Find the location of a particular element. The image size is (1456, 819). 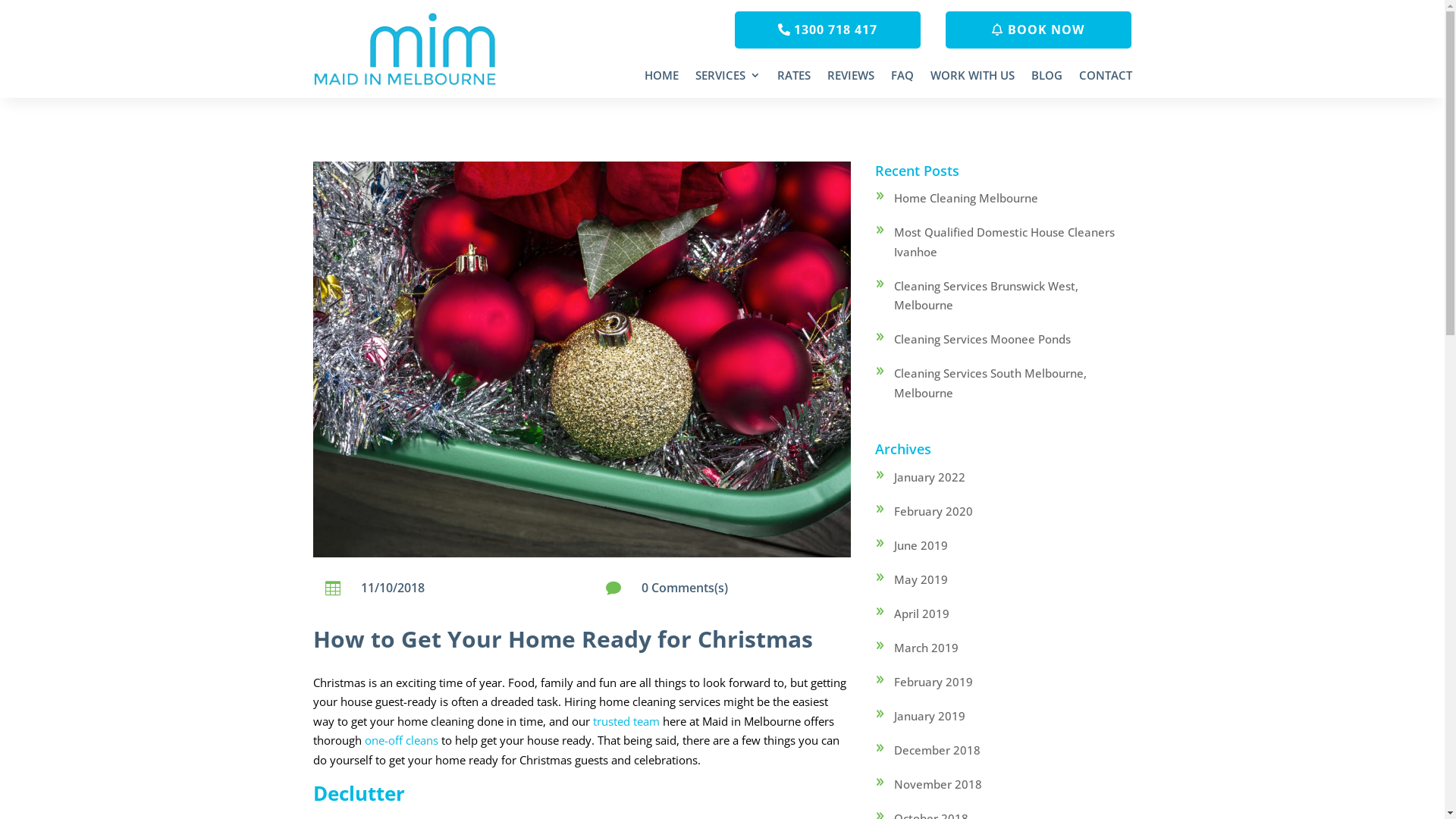

'Cleaning Services South Melbourne, Melbourne' is located at coordinates (990, 382).